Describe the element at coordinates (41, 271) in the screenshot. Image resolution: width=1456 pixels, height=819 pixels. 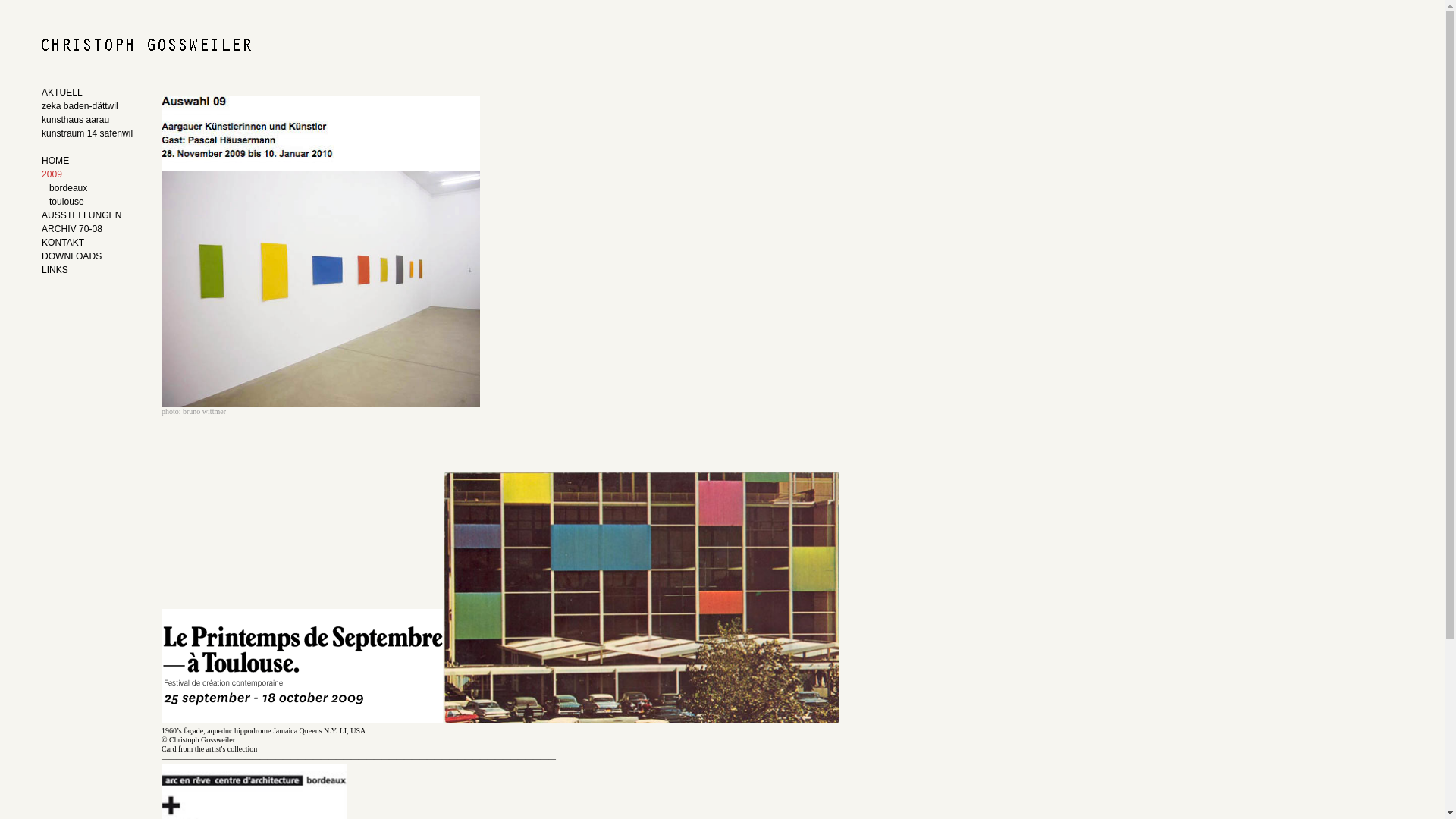
I see `'LINKS'` at that location.